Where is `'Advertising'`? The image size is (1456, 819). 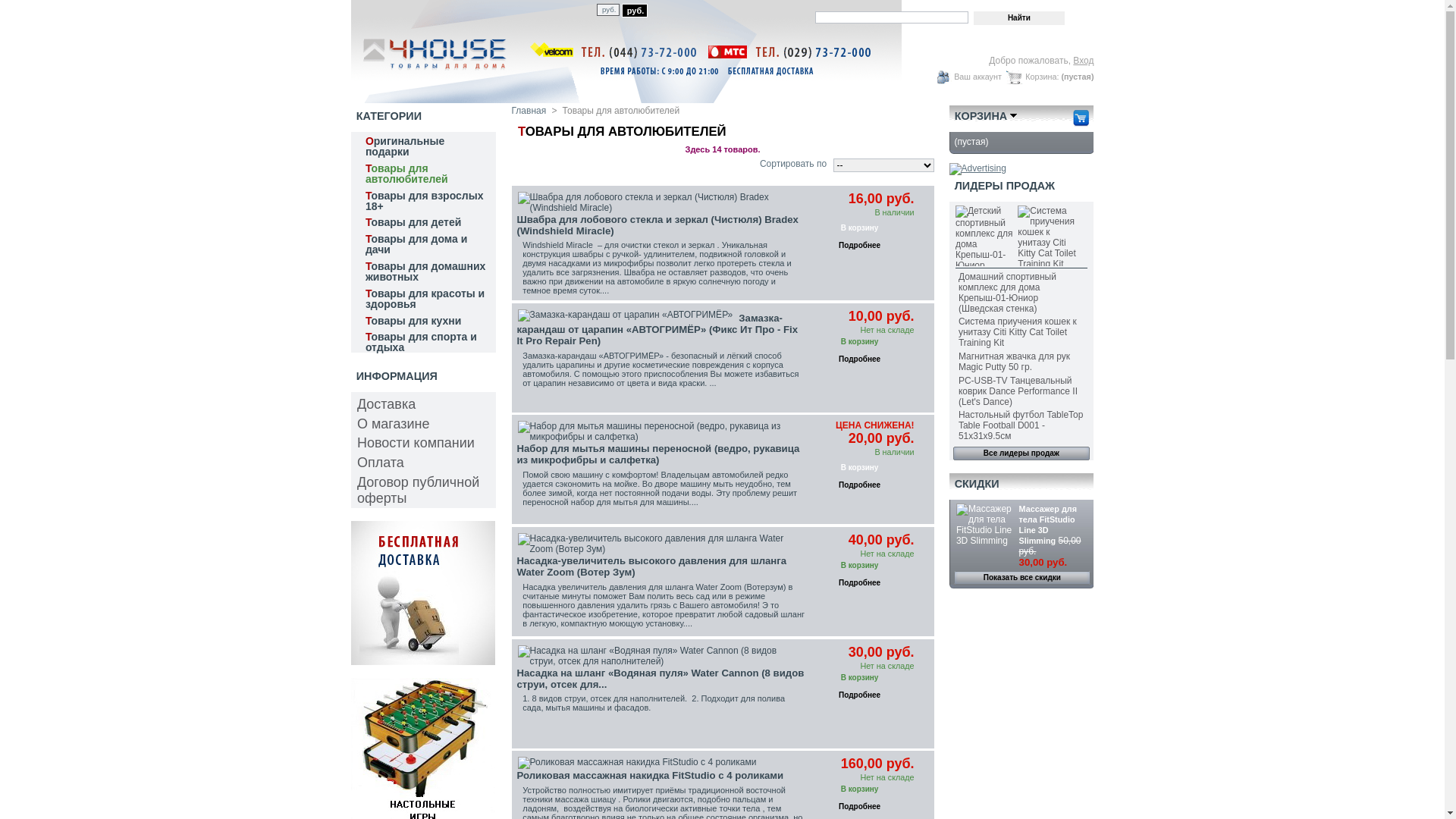
'Advertising' is located at coordinates (977, 168).